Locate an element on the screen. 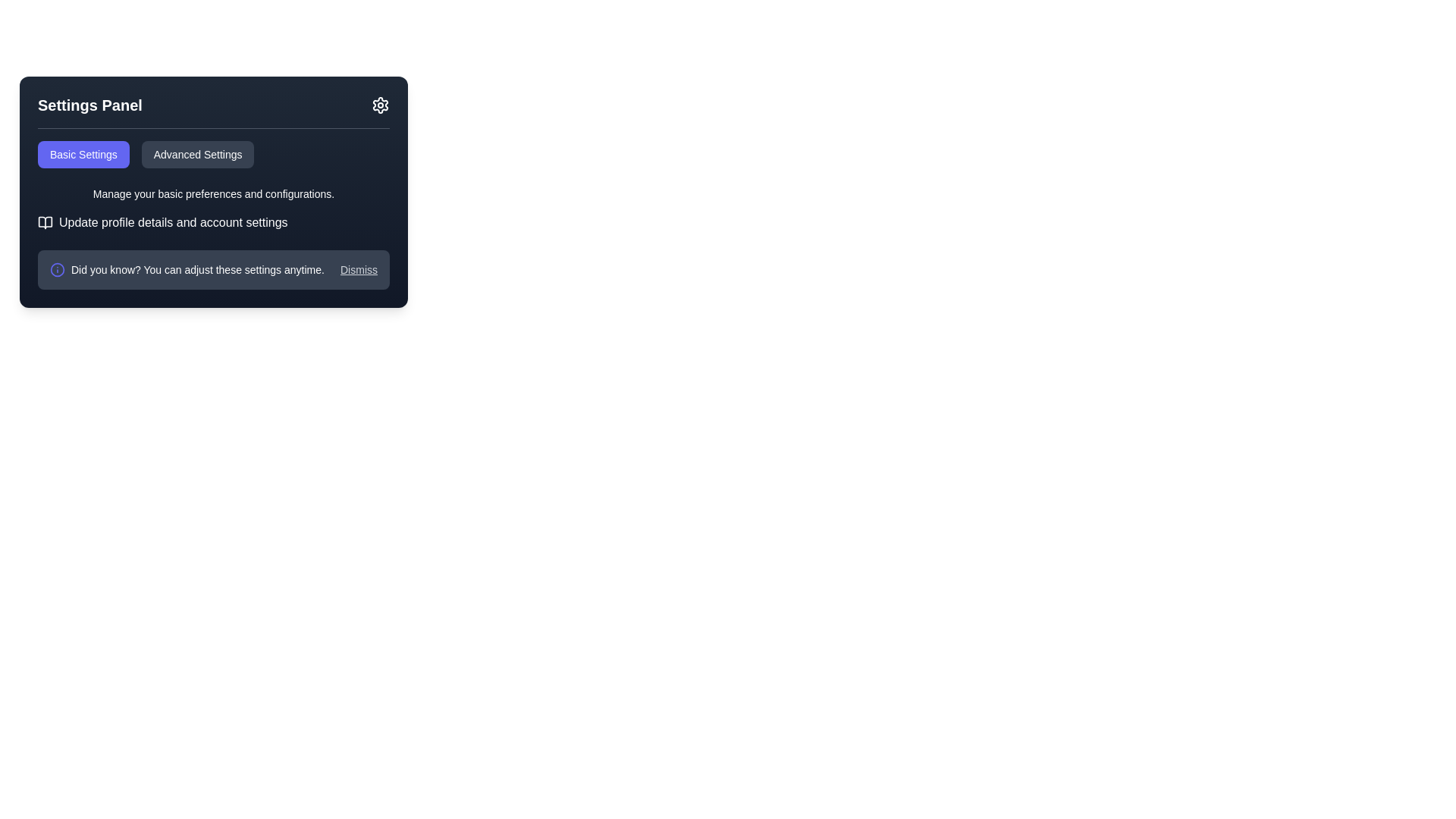 The height and width of the screenshot is (819, 1456). the notification bar with the dark gray background and the text 'Did you know? You can adjust these settings anytime.' is located at coordinates (213, 268).